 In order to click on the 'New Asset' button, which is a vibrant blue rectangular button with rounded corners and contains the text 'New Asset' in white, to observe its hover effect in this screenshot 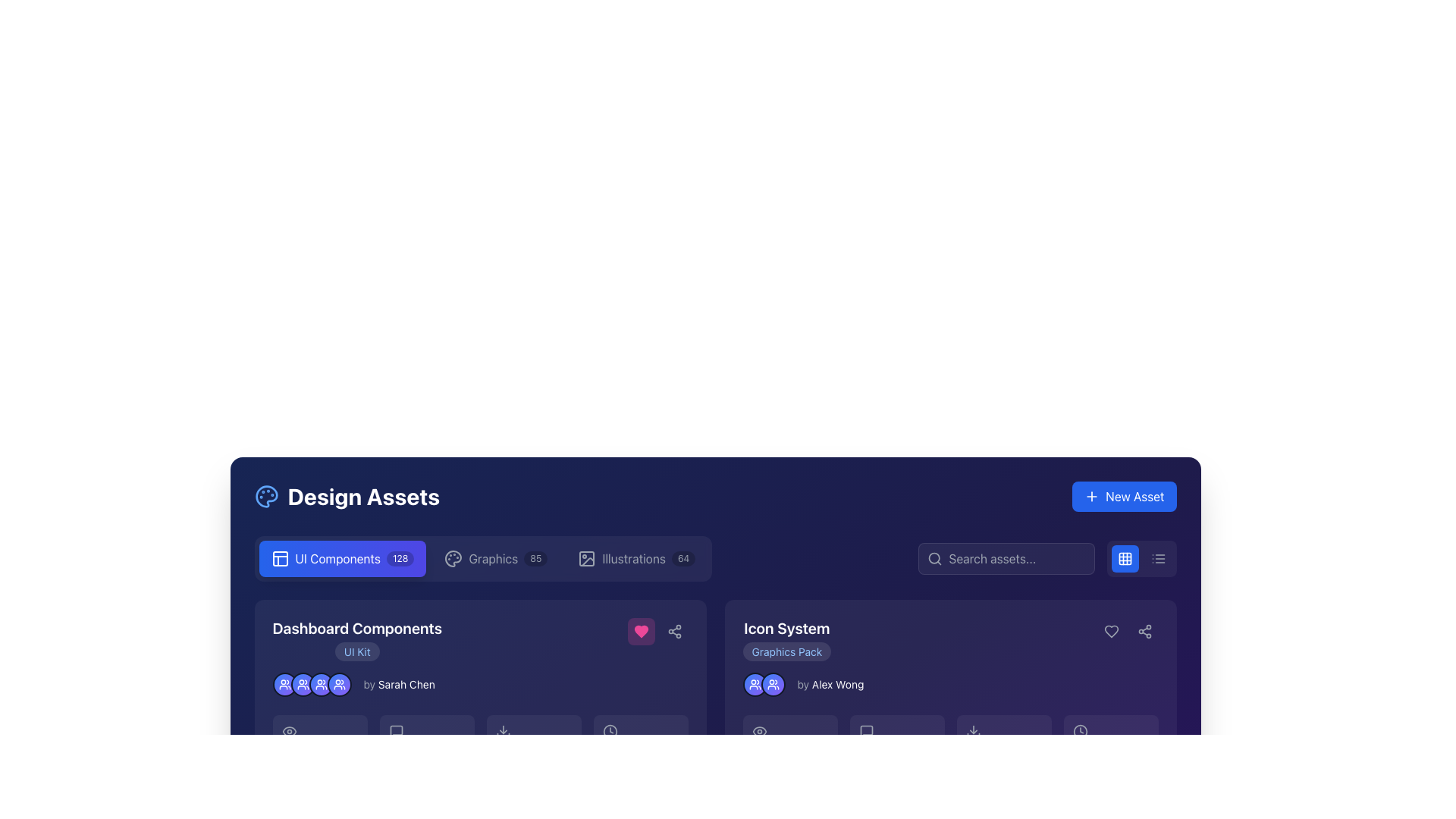, I will do `click(1124, 497)`.